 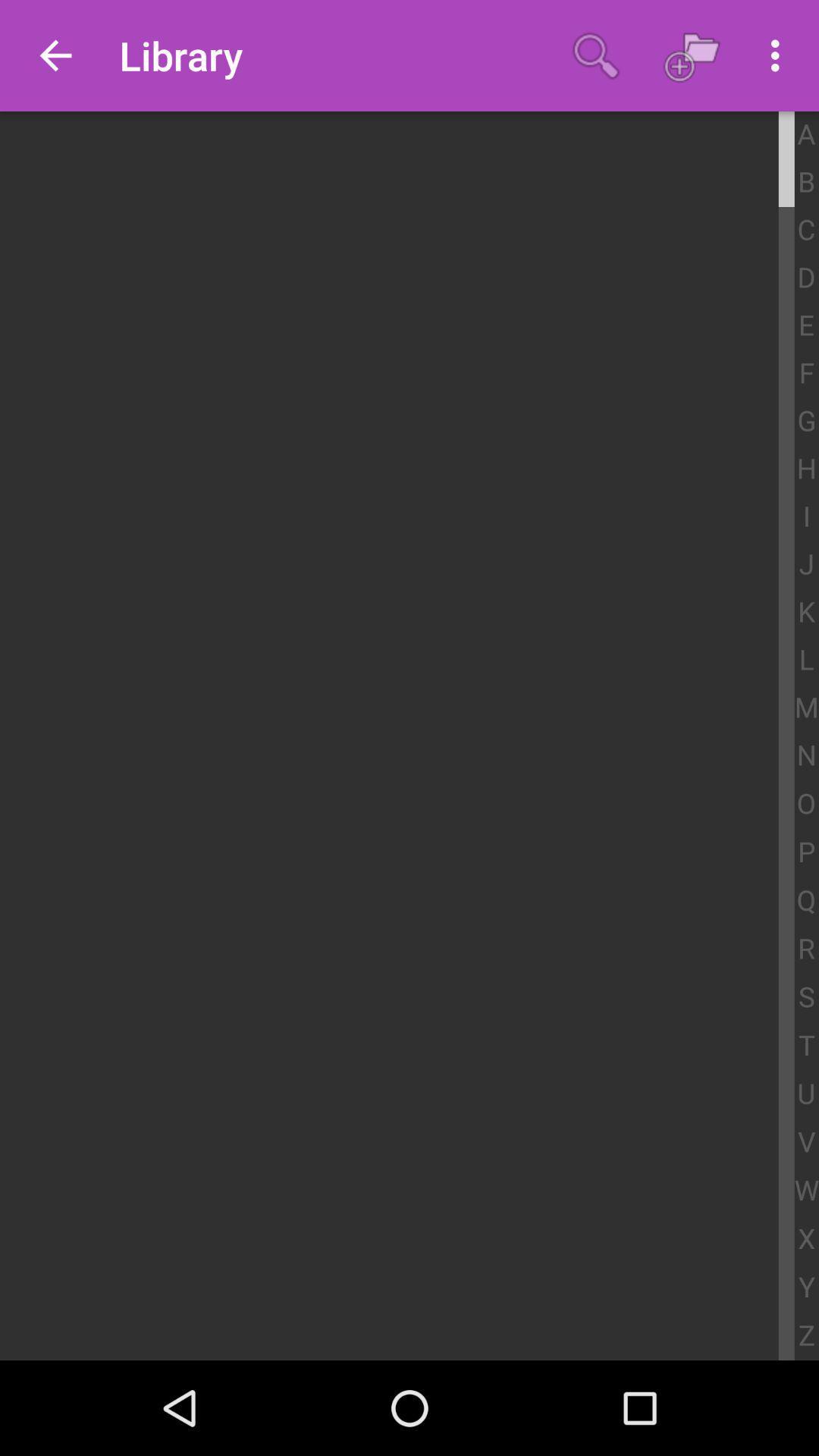 What do you see at coordinates (55, 55) in the screenshot?
I see `item to the left of the library` at bounding box center [55, 55].